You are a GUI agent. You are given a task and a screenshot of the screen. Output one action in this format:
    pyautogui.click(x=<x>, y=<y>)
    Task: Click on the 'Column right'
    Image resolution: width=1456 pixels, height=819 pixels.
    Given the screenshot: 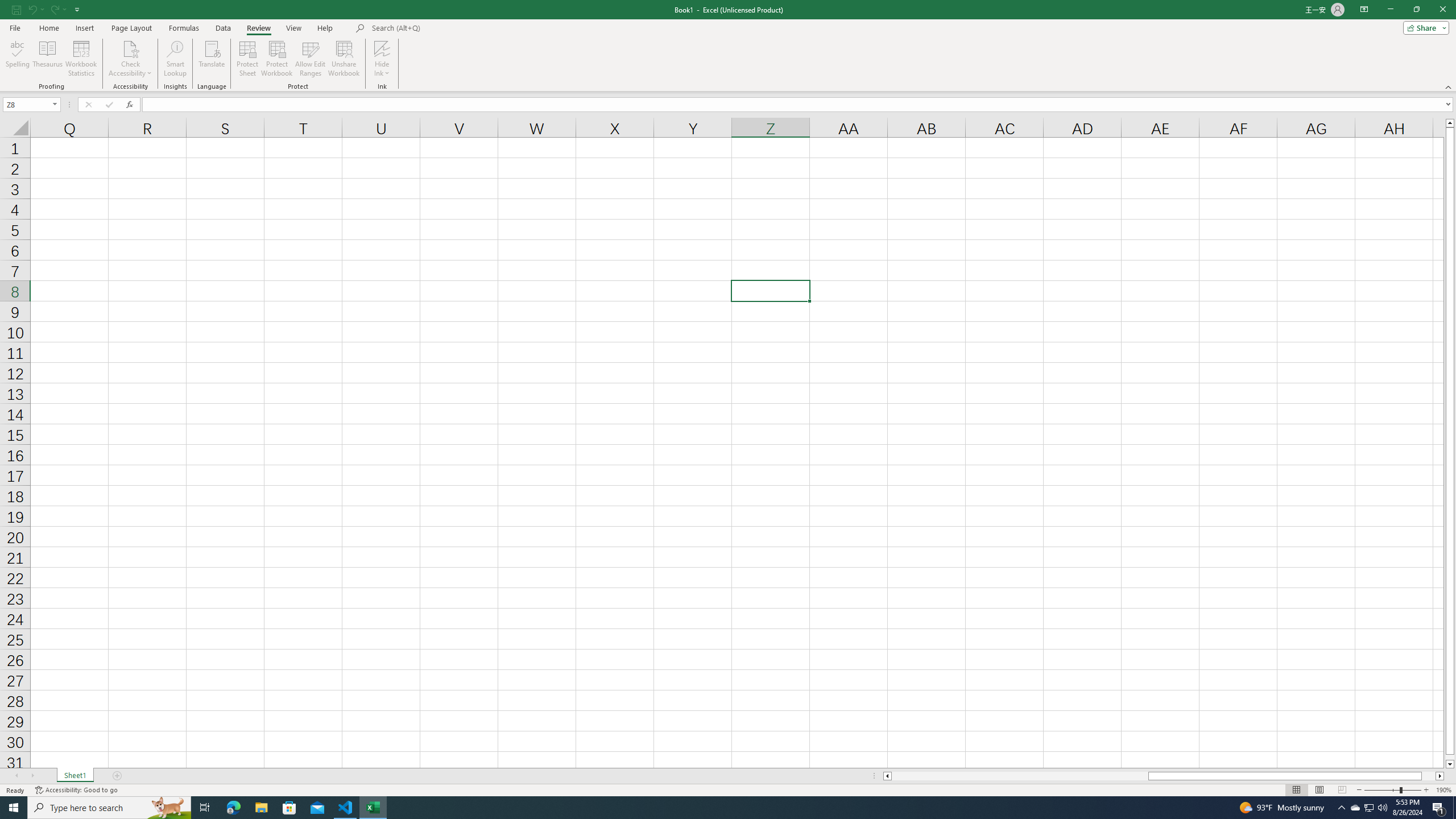 What is the action you would take?
    pyautogui.click(x=1440, y=775)
    